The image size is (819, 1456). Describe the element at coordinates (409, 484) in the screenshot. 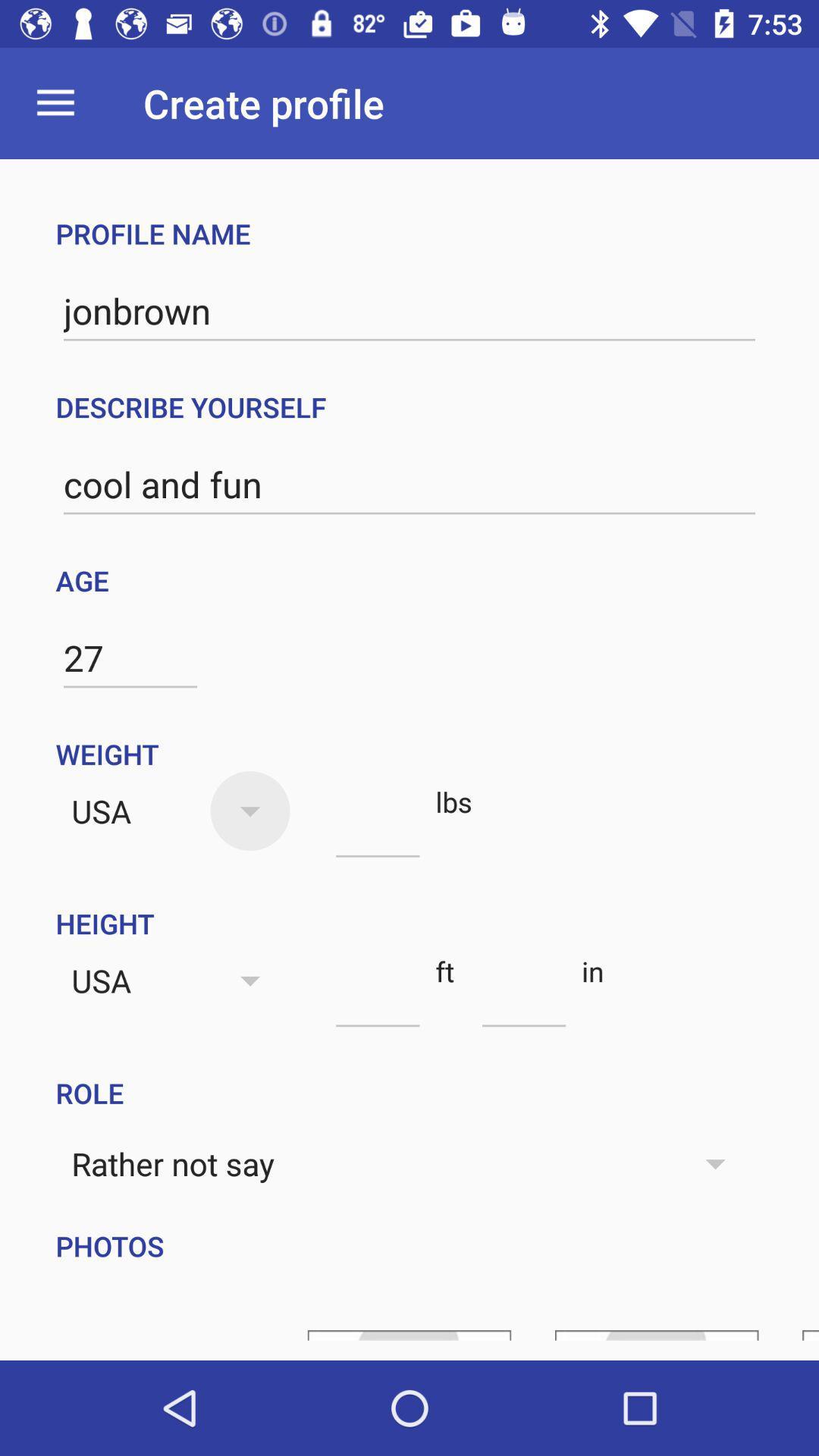

I see `the cool and fun item` at that location.